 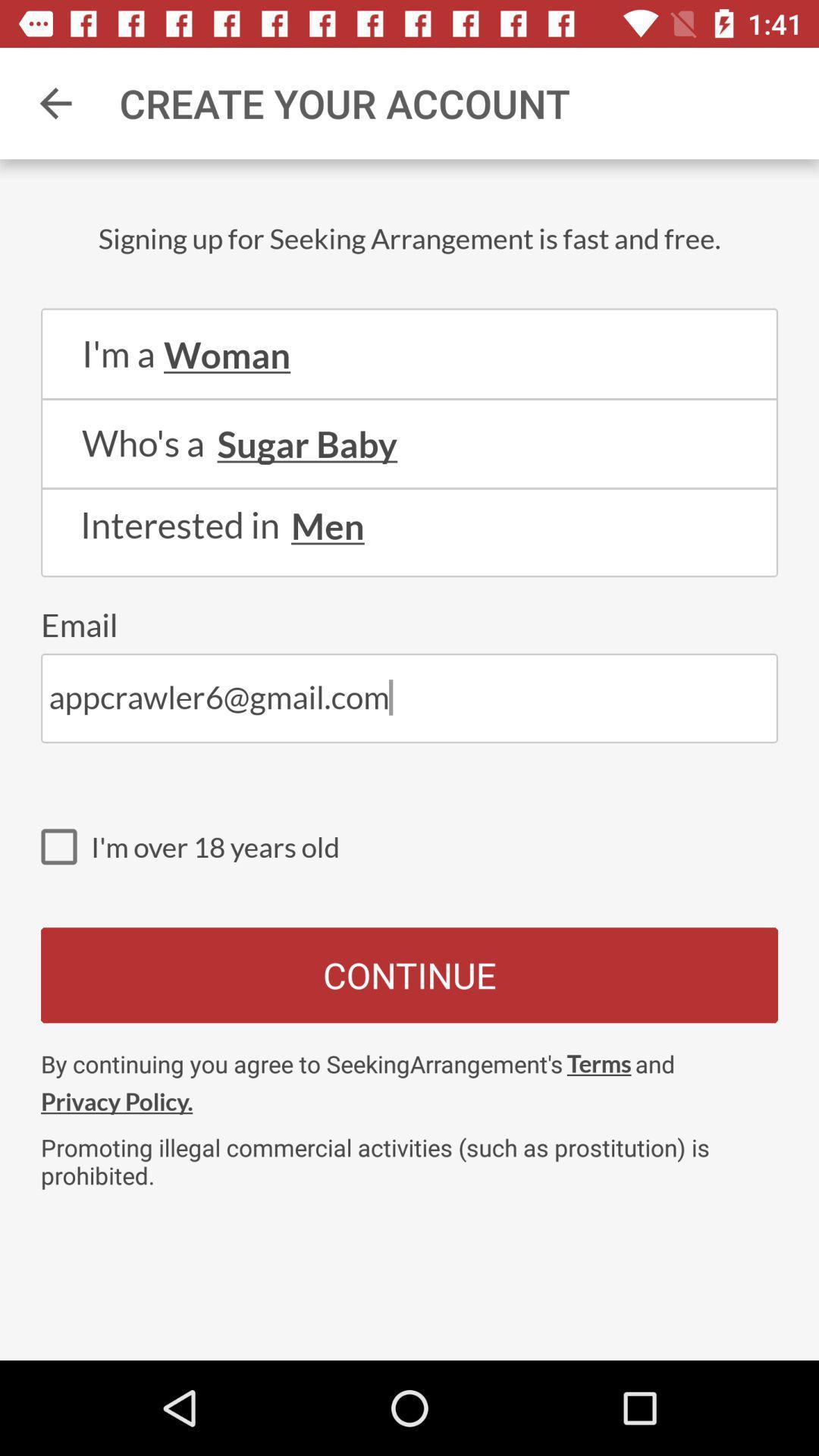 What do you see at coordinates (116, 1101) in the screenshot?
I see `the icon to the left of terms item` at bounding box center [116, 1101].